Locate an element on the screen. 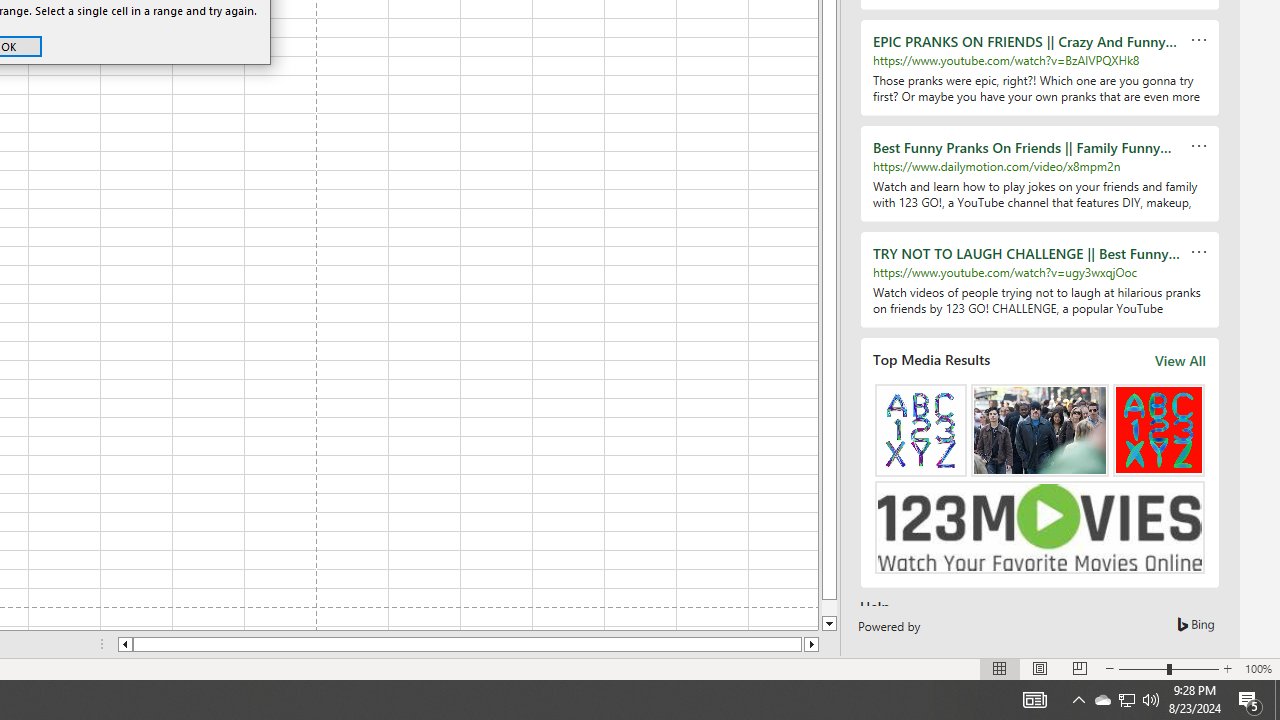 The image size is (1280, 720). 'User Promoted Notification Area' is located at coordinates (1127, 698).